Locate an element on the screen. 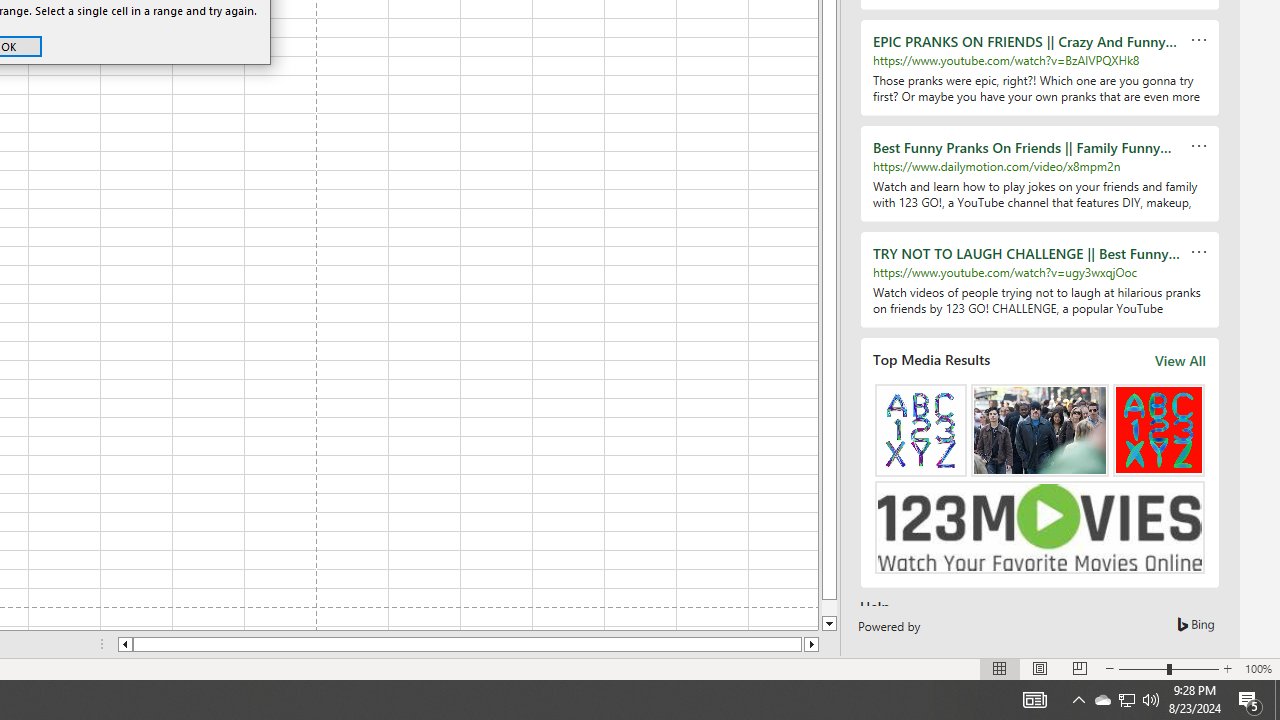 The image size is (1280, 720). 'User Promoted Notification Area' is located at coordinates (1127, 698).